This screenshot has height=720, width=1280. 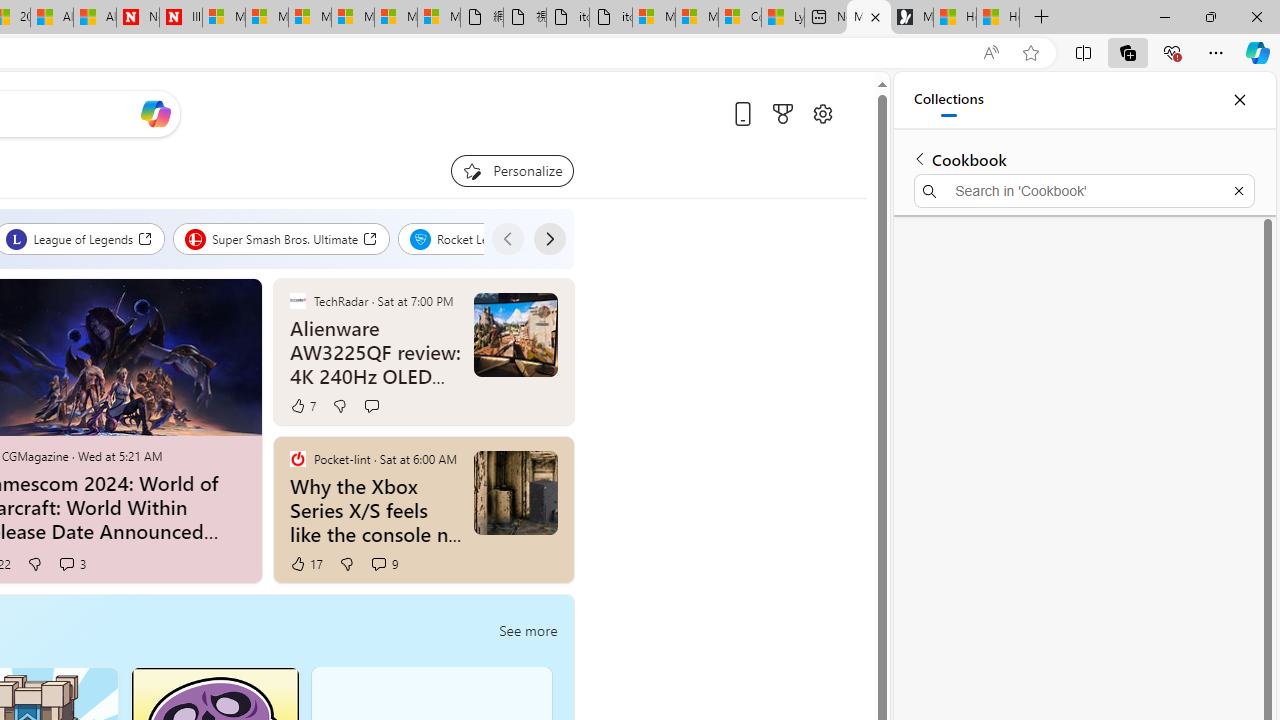 I want to click on 'Back to list of collections', so click(x=919, y=158).